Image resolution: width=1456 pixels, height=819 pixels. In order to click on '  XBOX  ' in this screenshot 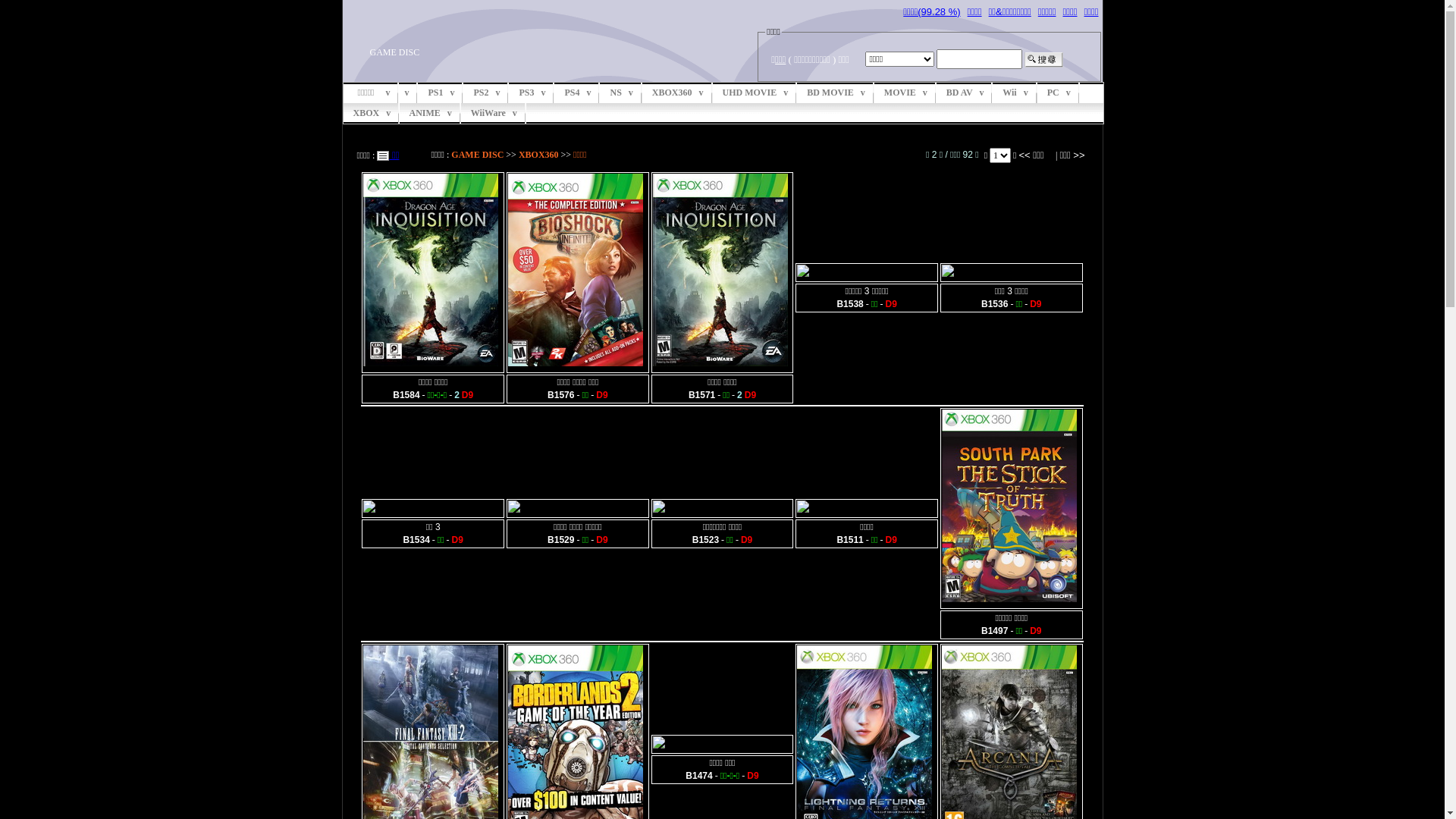, I will do `click(371, 112)`.